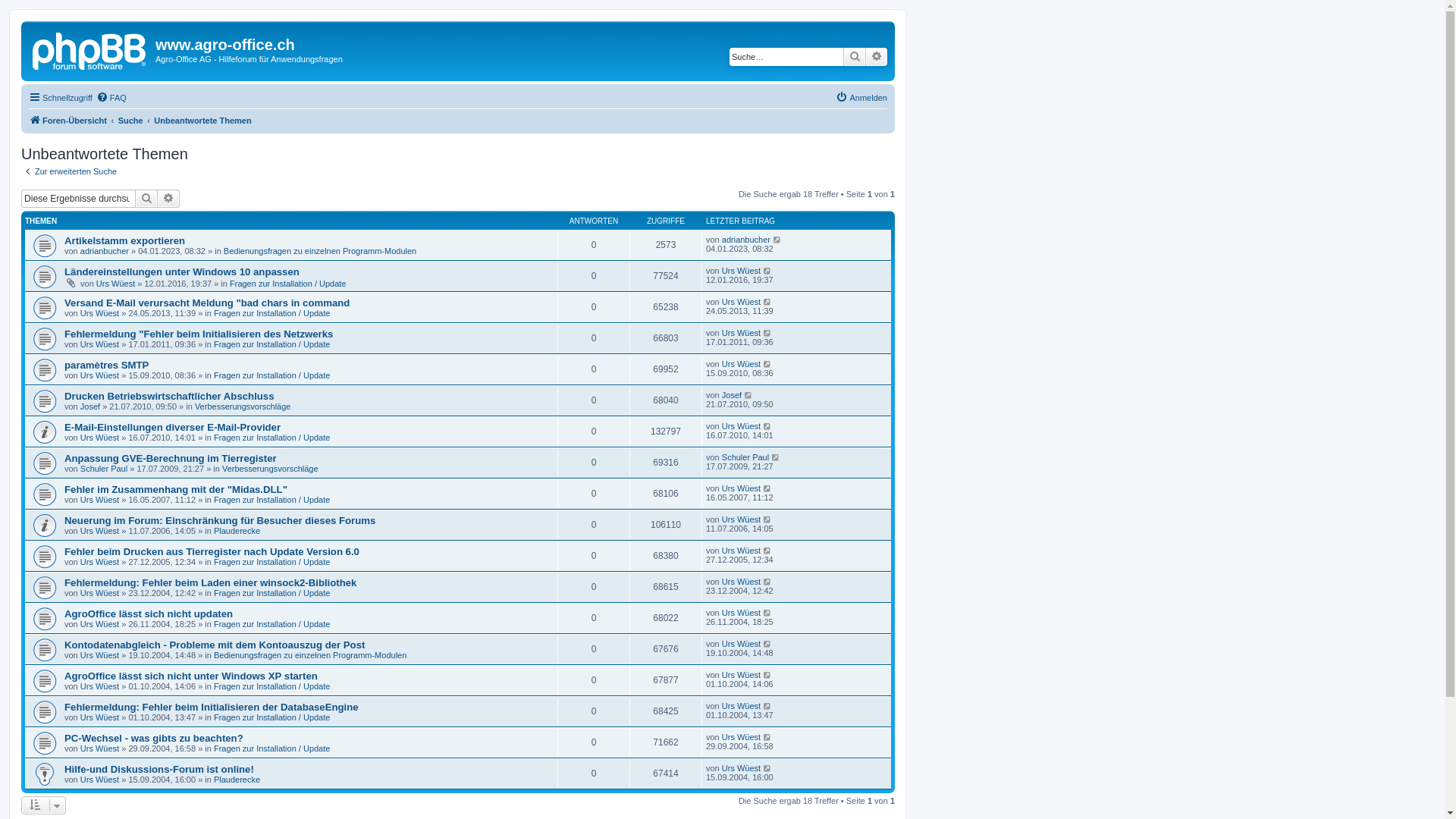 The height and width of the screenshot is (819, 1456). Describe the element at coordinates (309, 654) in the screenshot. I see `'Bedienungsfragen zu einzelnen Programm-Modulen'` at that location.